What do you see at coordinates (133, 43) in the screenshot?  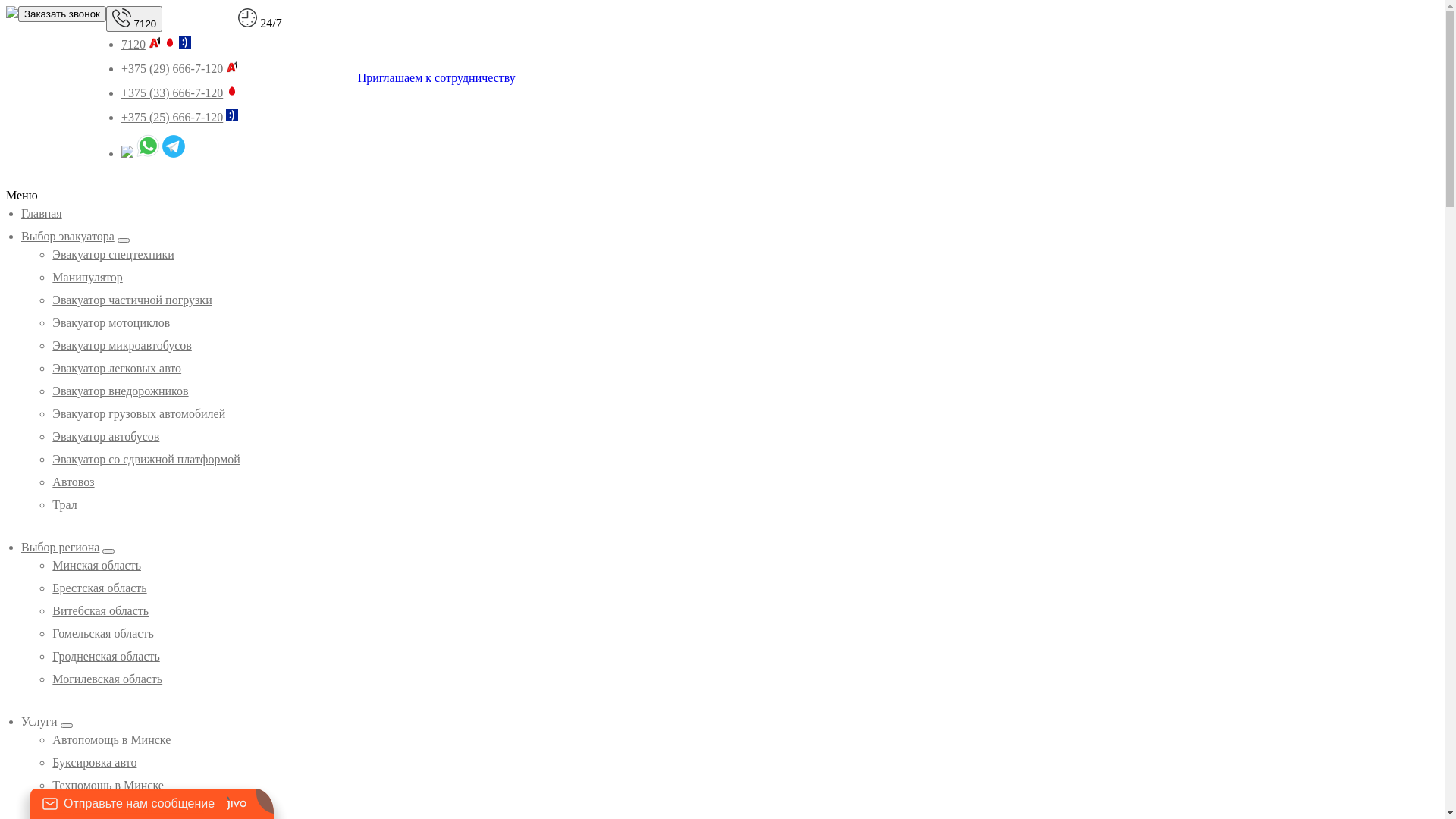 I see `'7120'` at bounding box center [133, 43].